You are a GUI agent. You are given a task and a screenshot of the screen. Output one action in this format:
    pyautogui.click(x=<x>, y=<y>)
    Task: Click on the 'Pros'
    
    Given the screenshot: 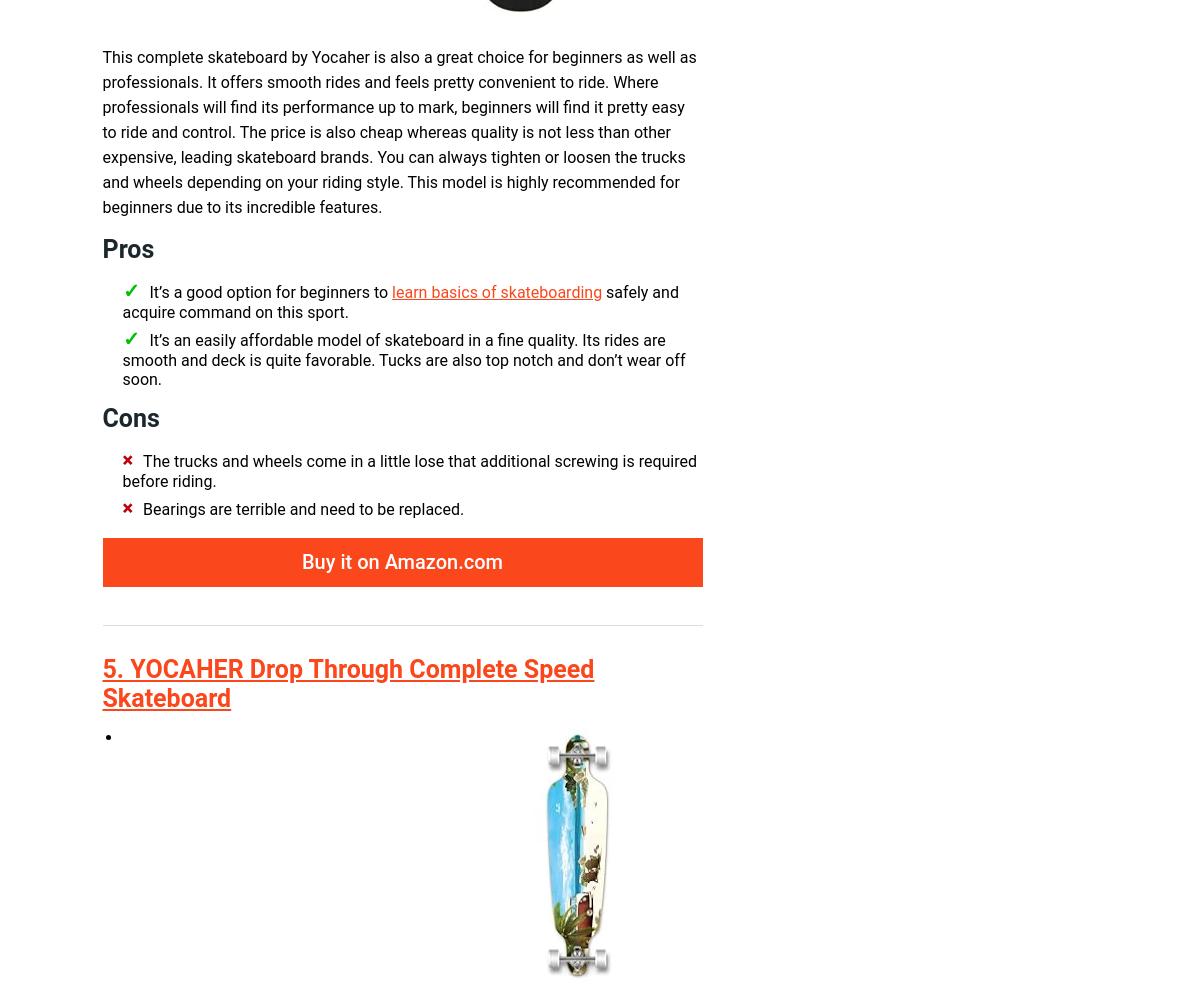 What is the action you would take?
    pyautogui.click(x=128, y=249)
    